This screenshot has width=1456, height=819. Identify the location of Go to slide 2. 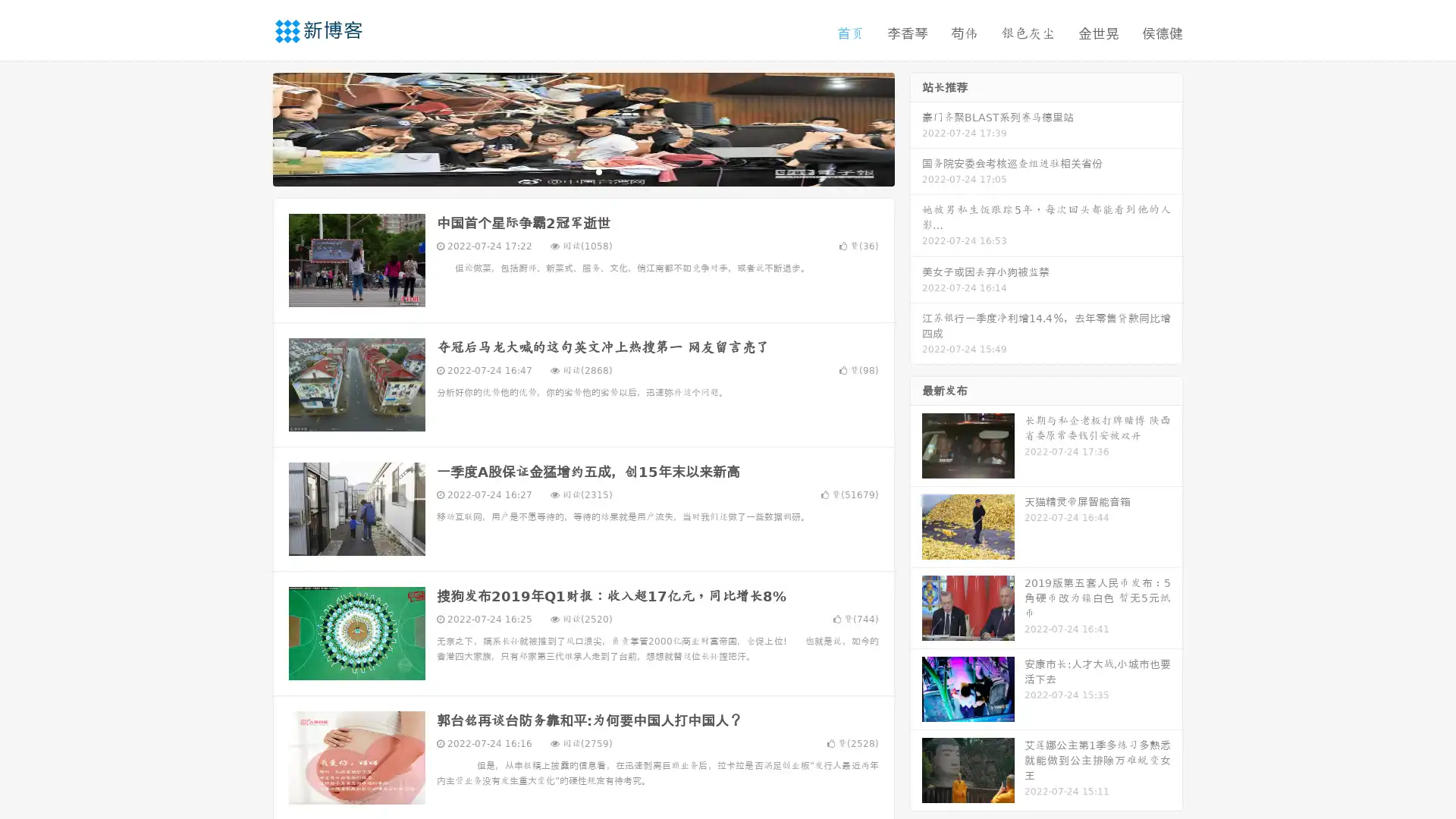
(582, 171).